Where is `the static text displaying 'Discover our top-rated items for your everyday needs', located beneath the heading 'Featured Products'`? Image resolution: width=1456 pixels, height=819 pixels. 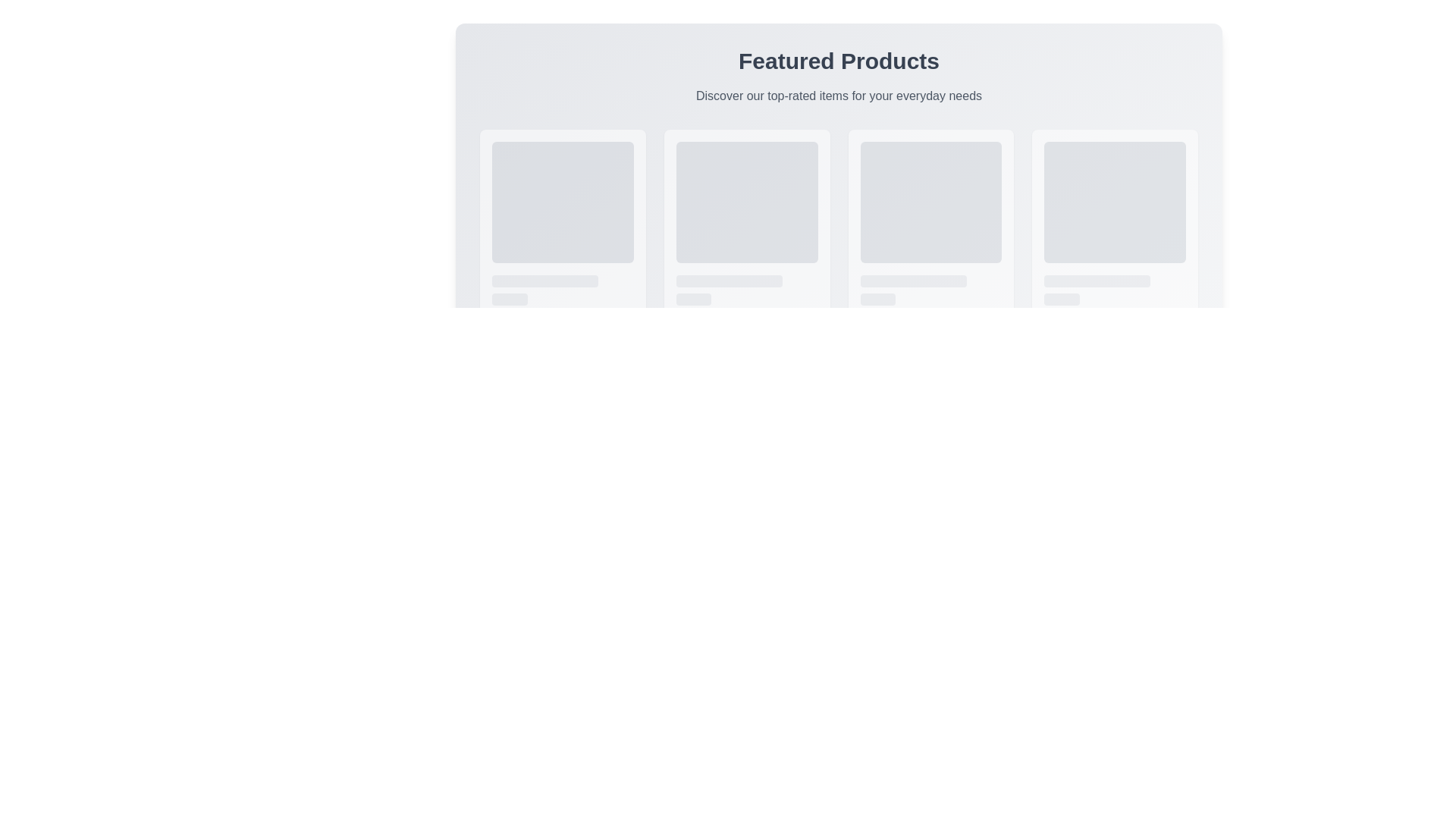
the static text displaying 'Discover our top-rated items for your everyday needs', located beneath the heading 'Featured Products' is located at coordinates (838, 96).